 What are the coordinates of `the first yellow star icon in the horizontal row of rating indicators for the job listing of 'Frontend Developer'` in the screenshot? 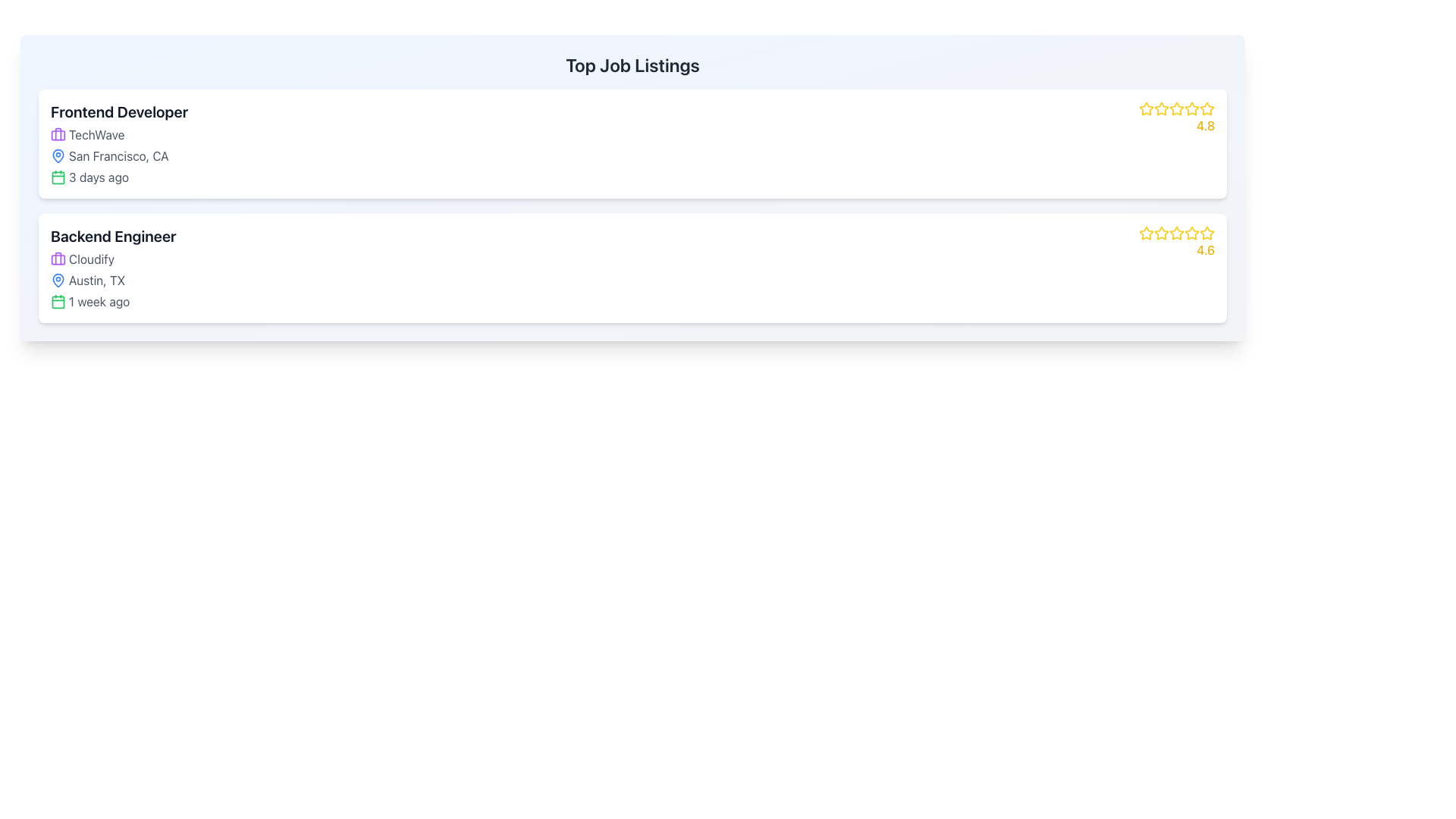 It's located at (1147, 108).